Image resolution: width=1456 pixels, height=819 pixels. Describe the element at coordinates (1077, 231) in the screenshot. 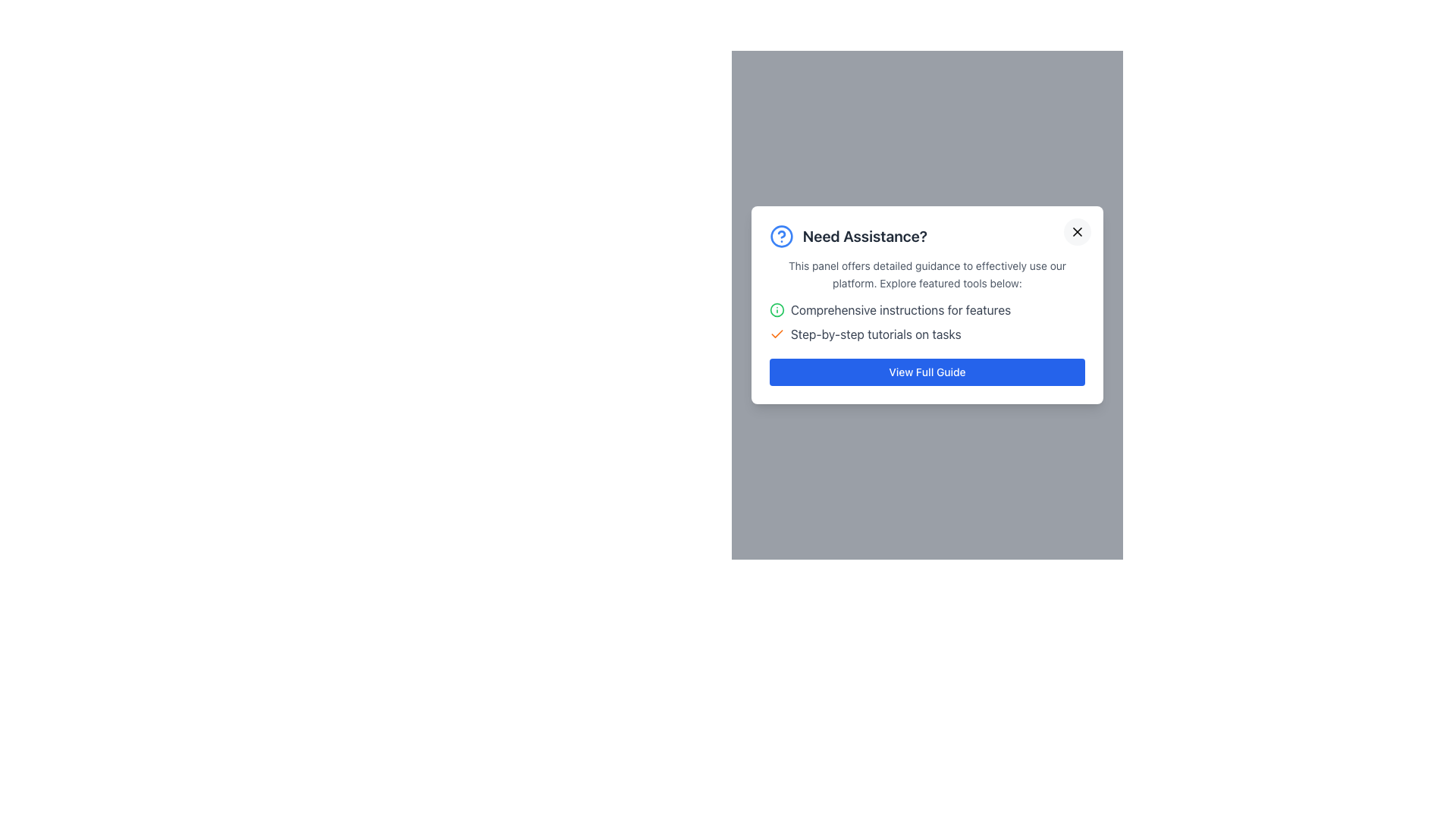

I see `the icon button located in the upper-right corner of the dialog box labeled 'Need Assistance?'` at that location.